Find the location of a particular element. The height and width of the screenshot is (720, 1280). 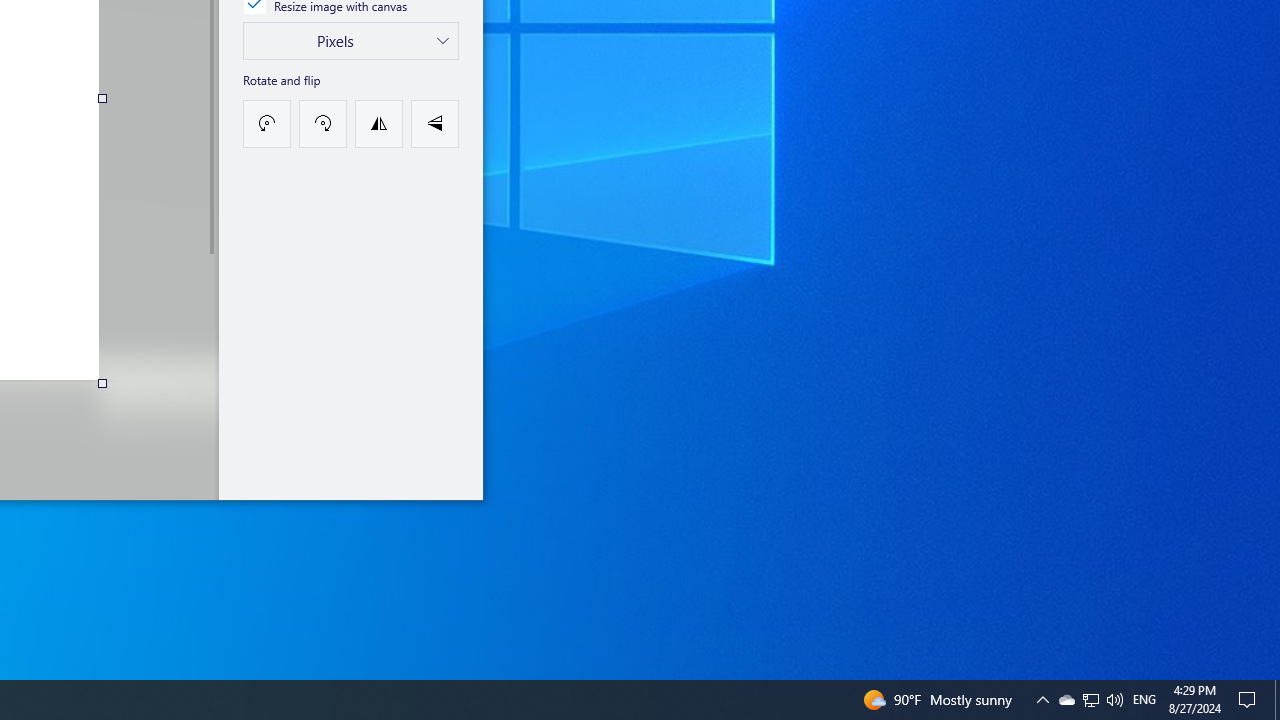

'User Promoted Notification Area' is located at coordinates (1113, 698).